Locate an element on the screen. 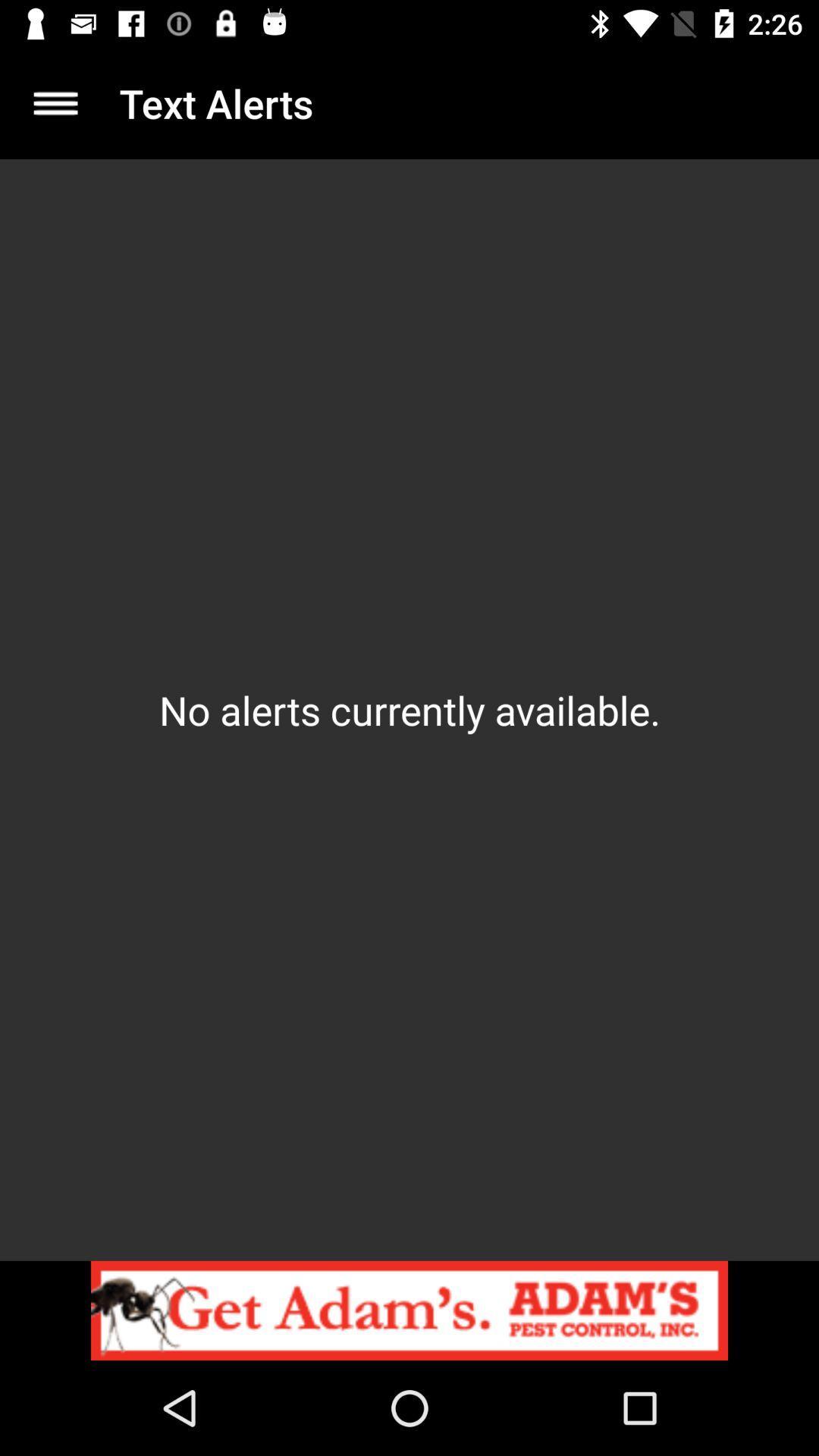 The width and height of the screenshot is (819, 1456). the menu icon is located at coordinates (55, 102).